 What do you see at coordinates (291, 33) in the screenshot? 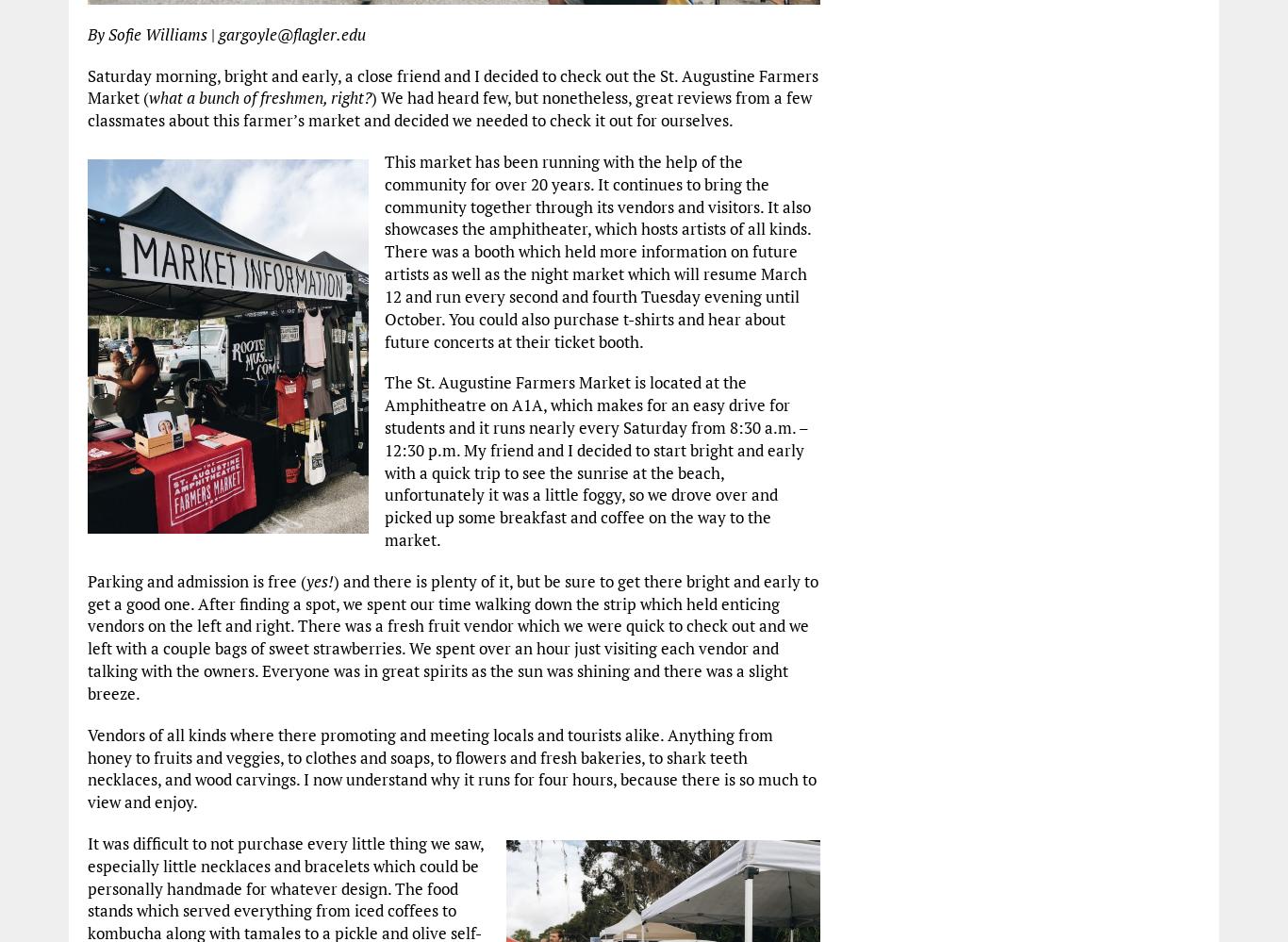
I see `'gargoyle@flagler.edu'` at bounding box center [291, 33].